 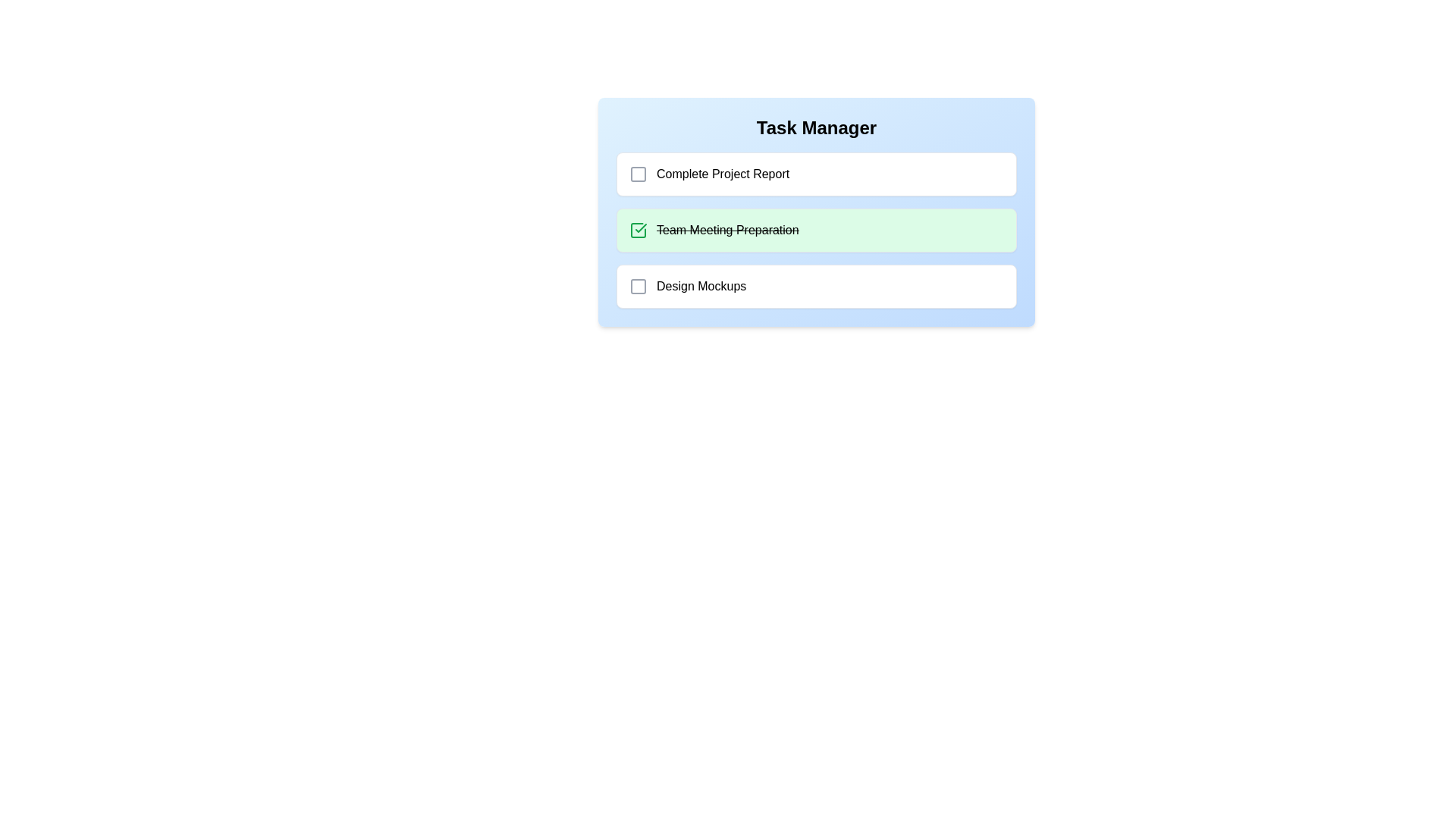 I want to click on the checkbox for the task 'Complete Project Report' to check or uncheck it, so click(x=638, y=174).